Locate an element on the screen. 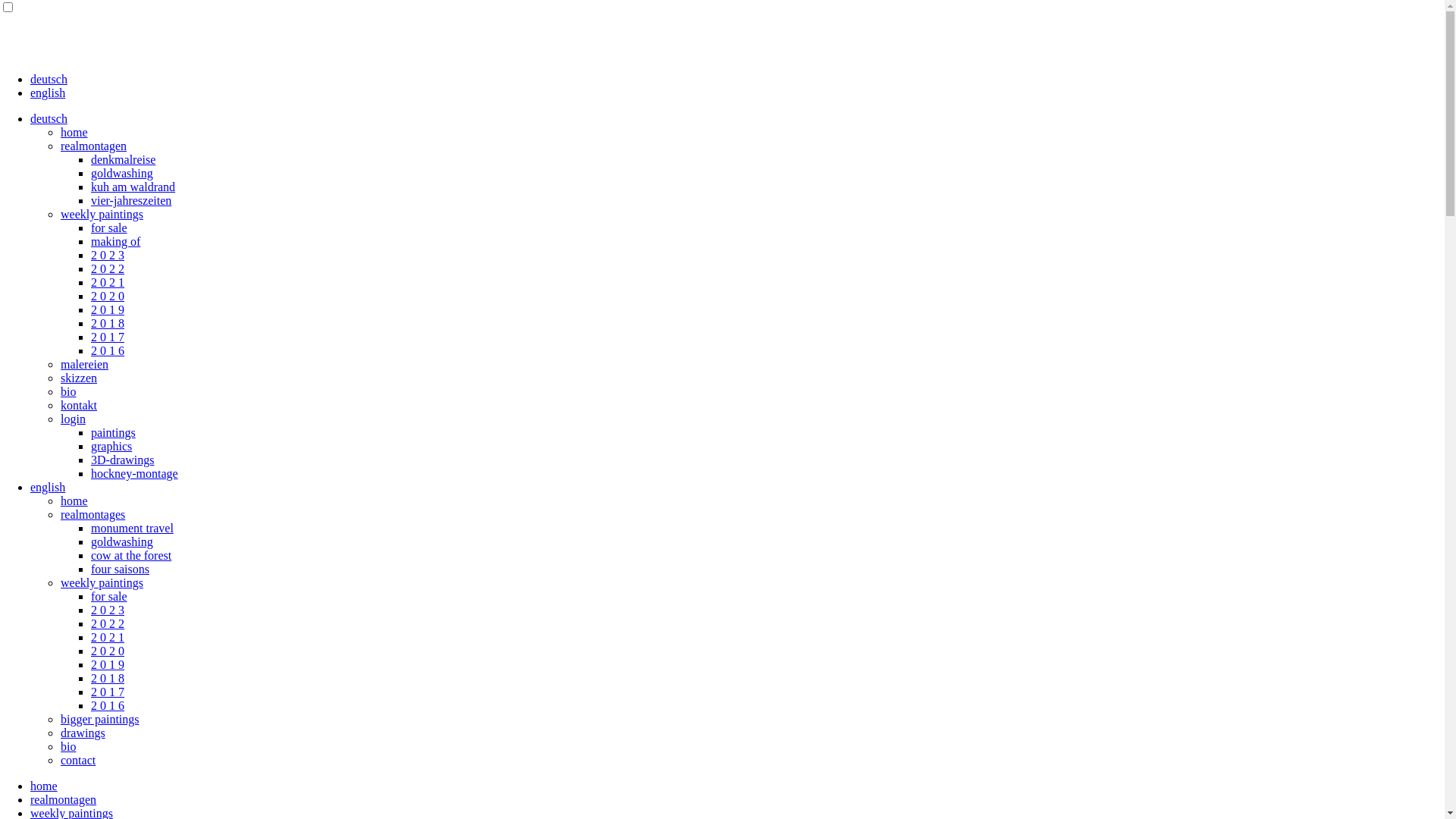  '2 0 2 1' is located at coordinates (107, 282).